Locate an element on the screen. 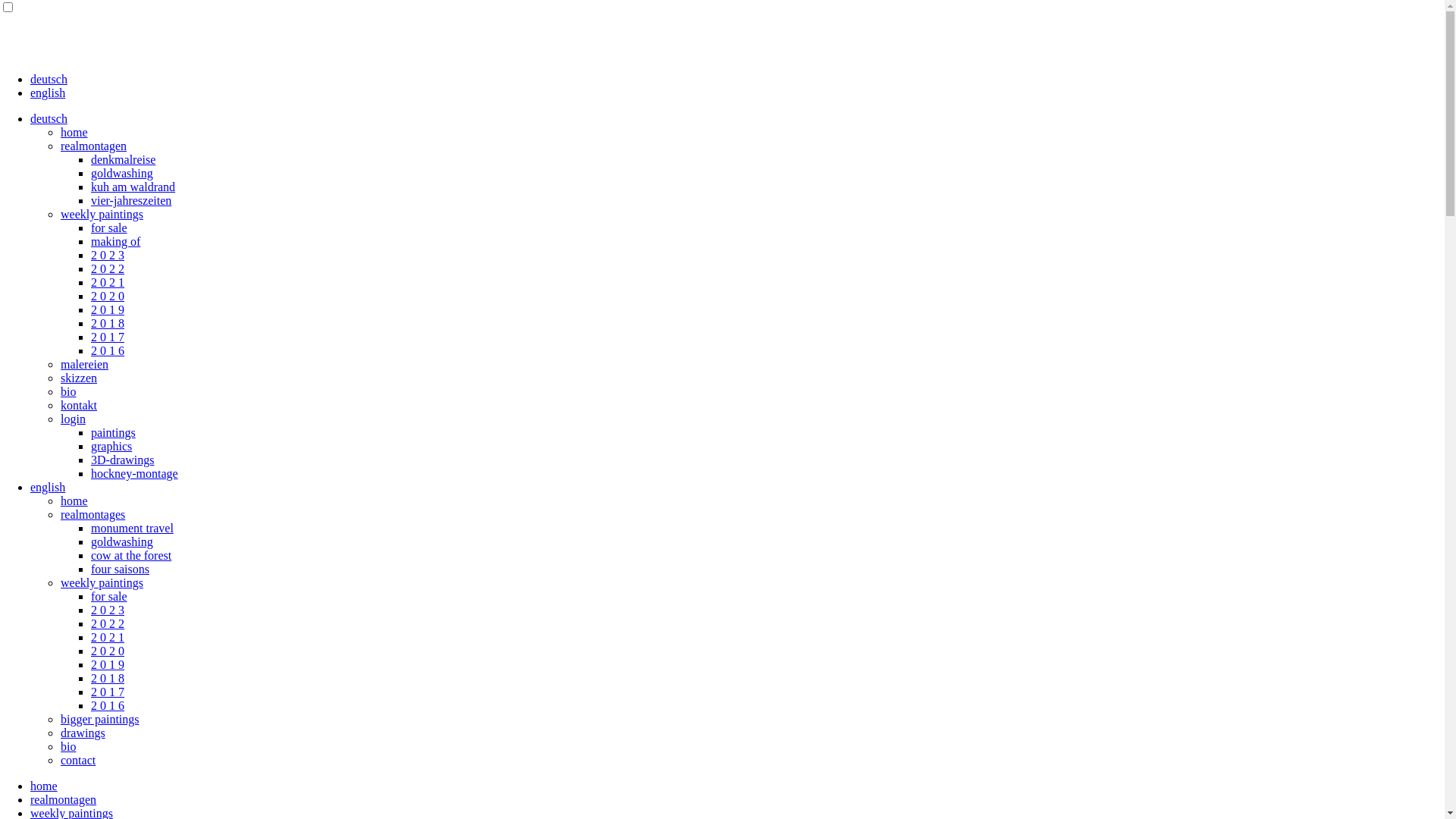  '2 0 2 1' is located at coordinates (107, 282).